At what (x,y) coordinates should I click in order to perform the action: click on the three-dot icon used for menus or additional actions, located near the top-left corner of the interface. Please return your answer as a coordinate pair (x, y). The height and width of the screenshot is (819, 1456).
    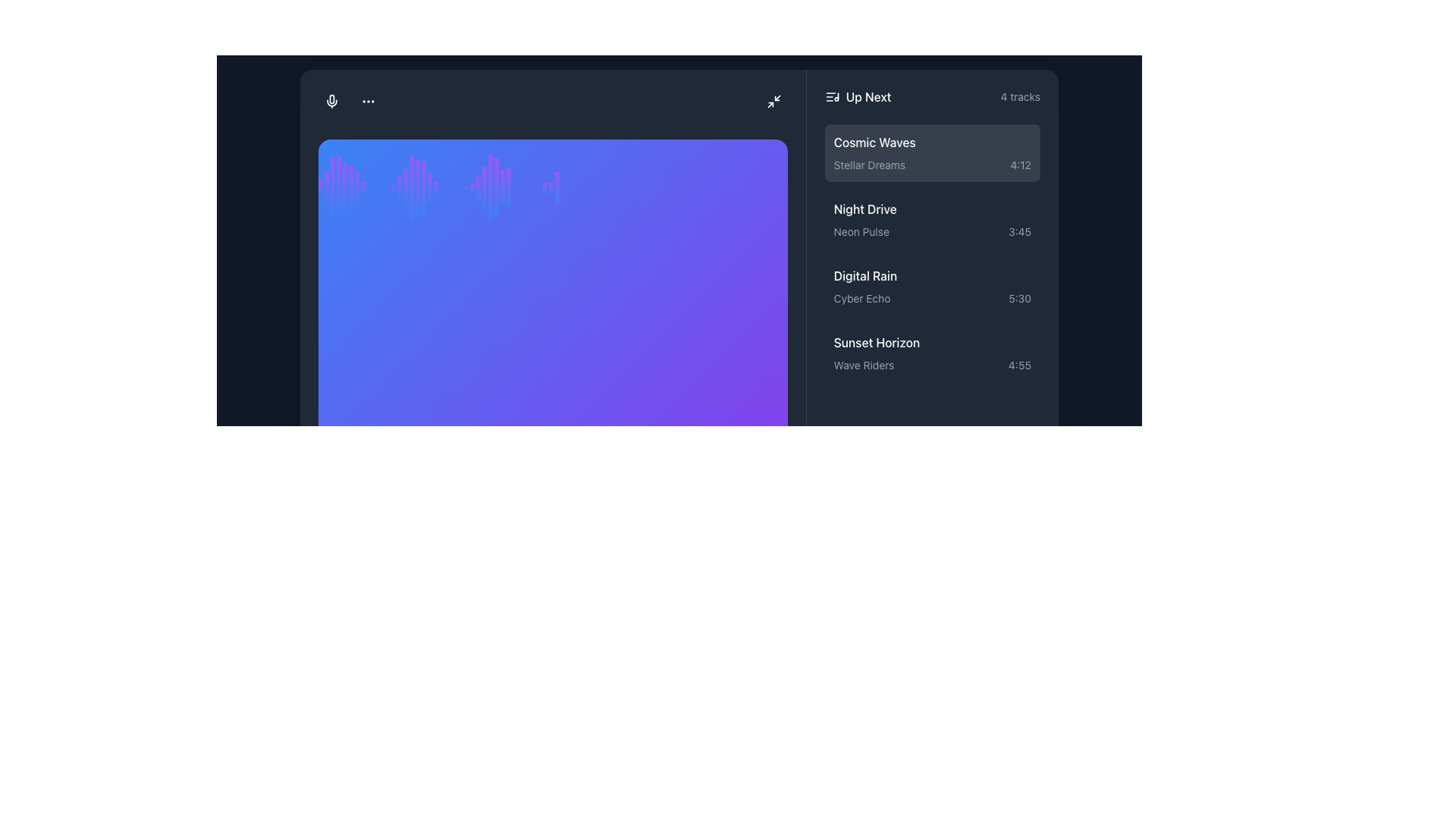
    Looking at the image, I should click on (368, 100).